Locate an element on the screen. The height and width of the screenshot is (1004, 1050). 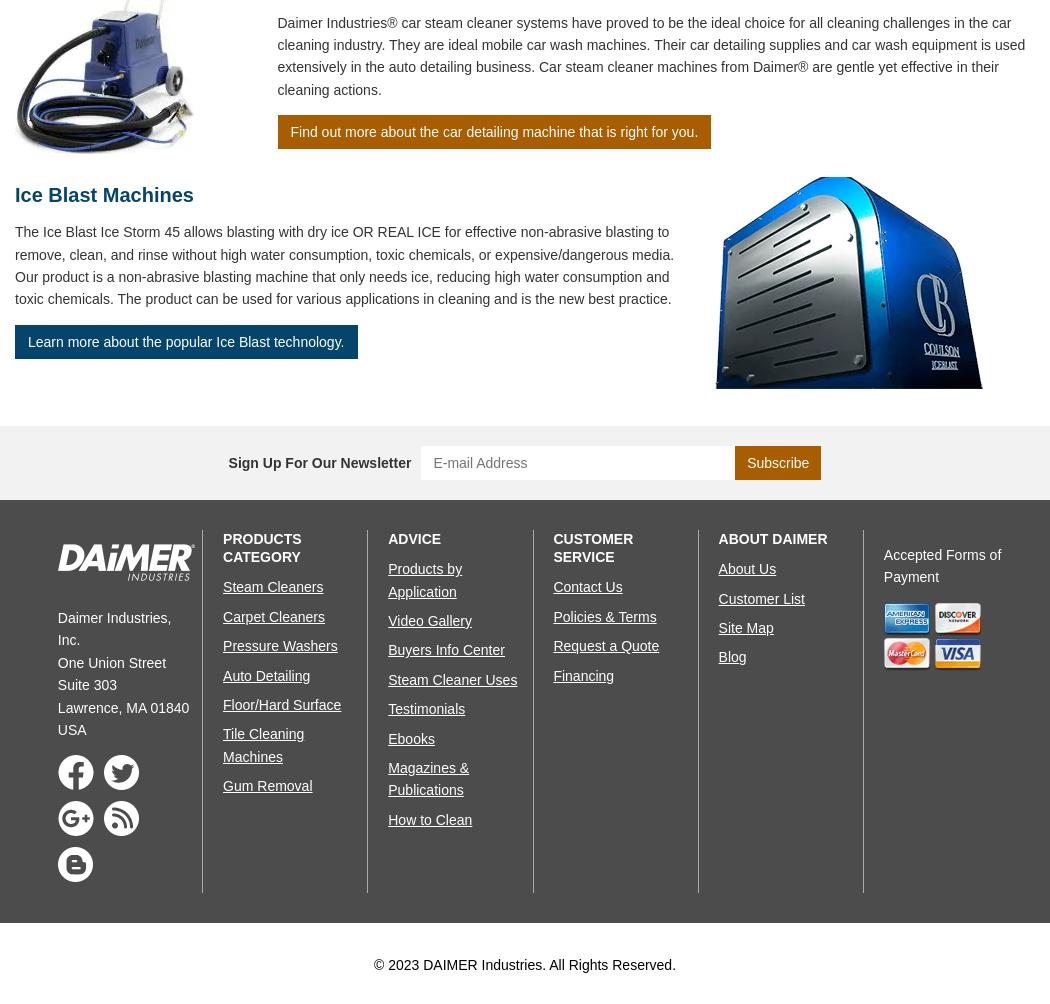
'About Daimer' is located at coordinates (772, 538).